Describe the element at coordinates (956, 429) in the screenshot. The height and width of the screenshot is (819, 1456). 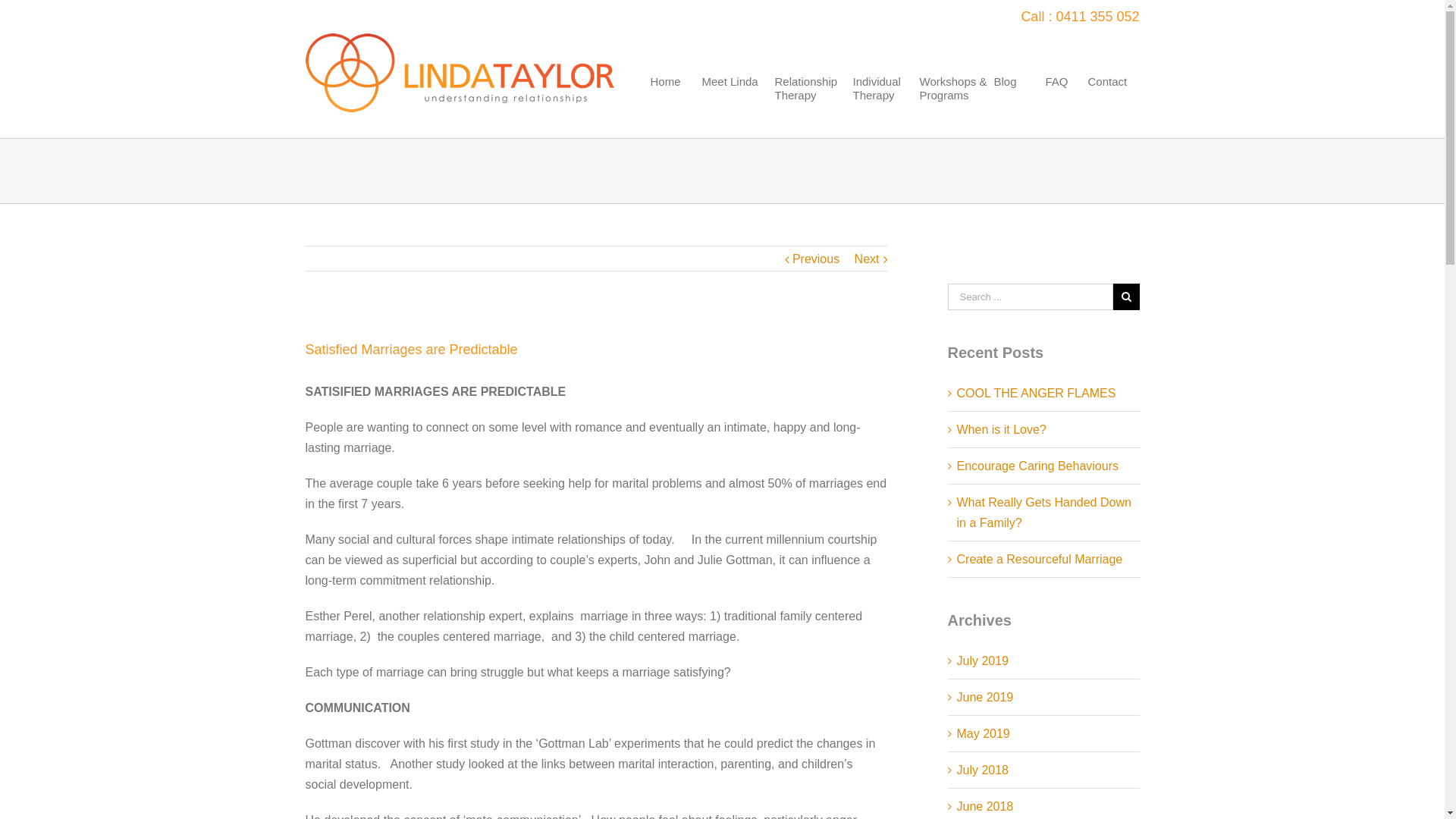
I see `'When is it Love?'` at that location.